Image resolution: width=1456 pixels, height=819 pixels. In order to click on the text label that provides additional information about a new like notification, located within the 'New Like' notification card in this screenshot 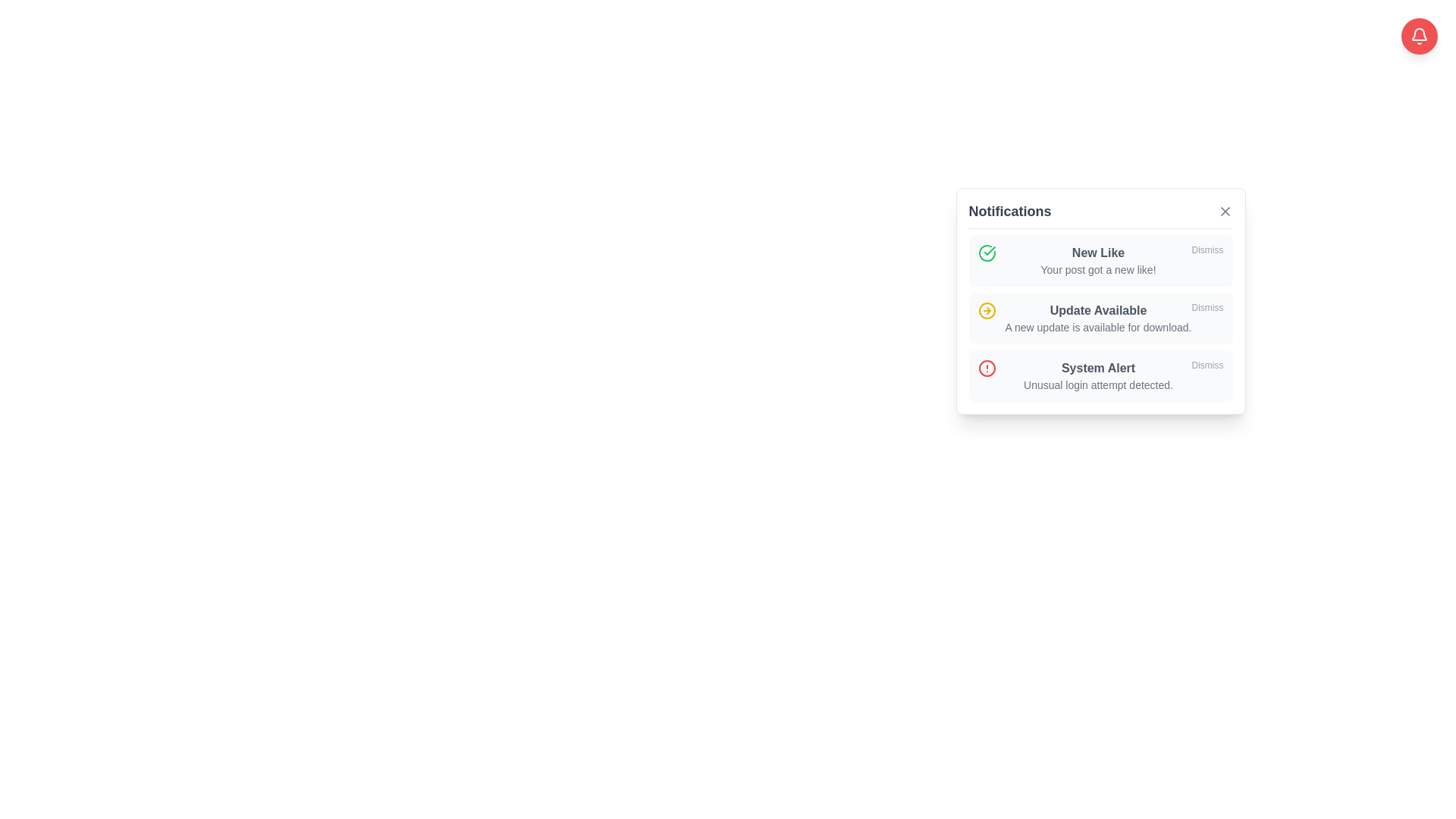, I will do `click(1098, 268)`.